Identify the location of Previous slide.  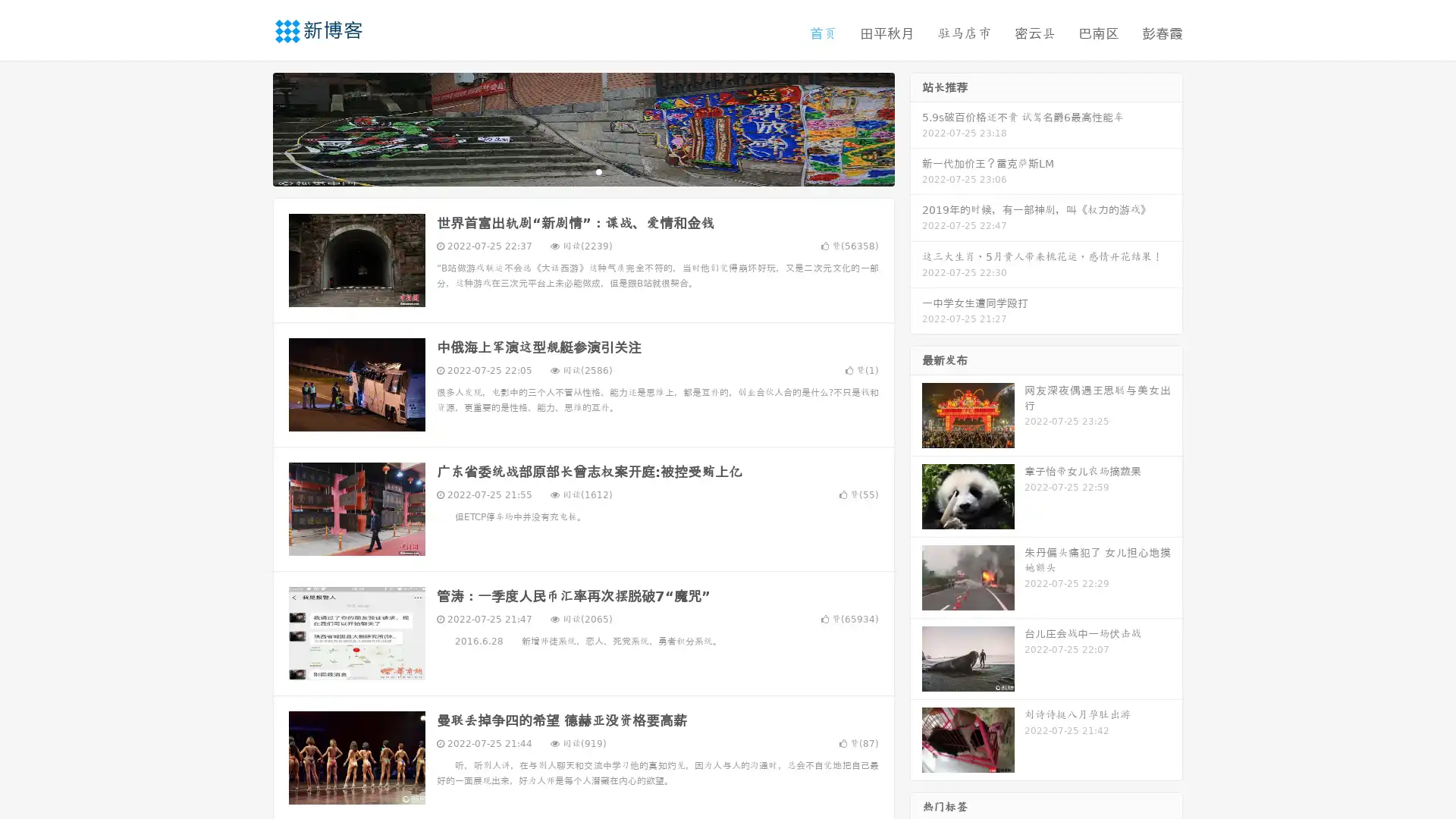
(250, 127).